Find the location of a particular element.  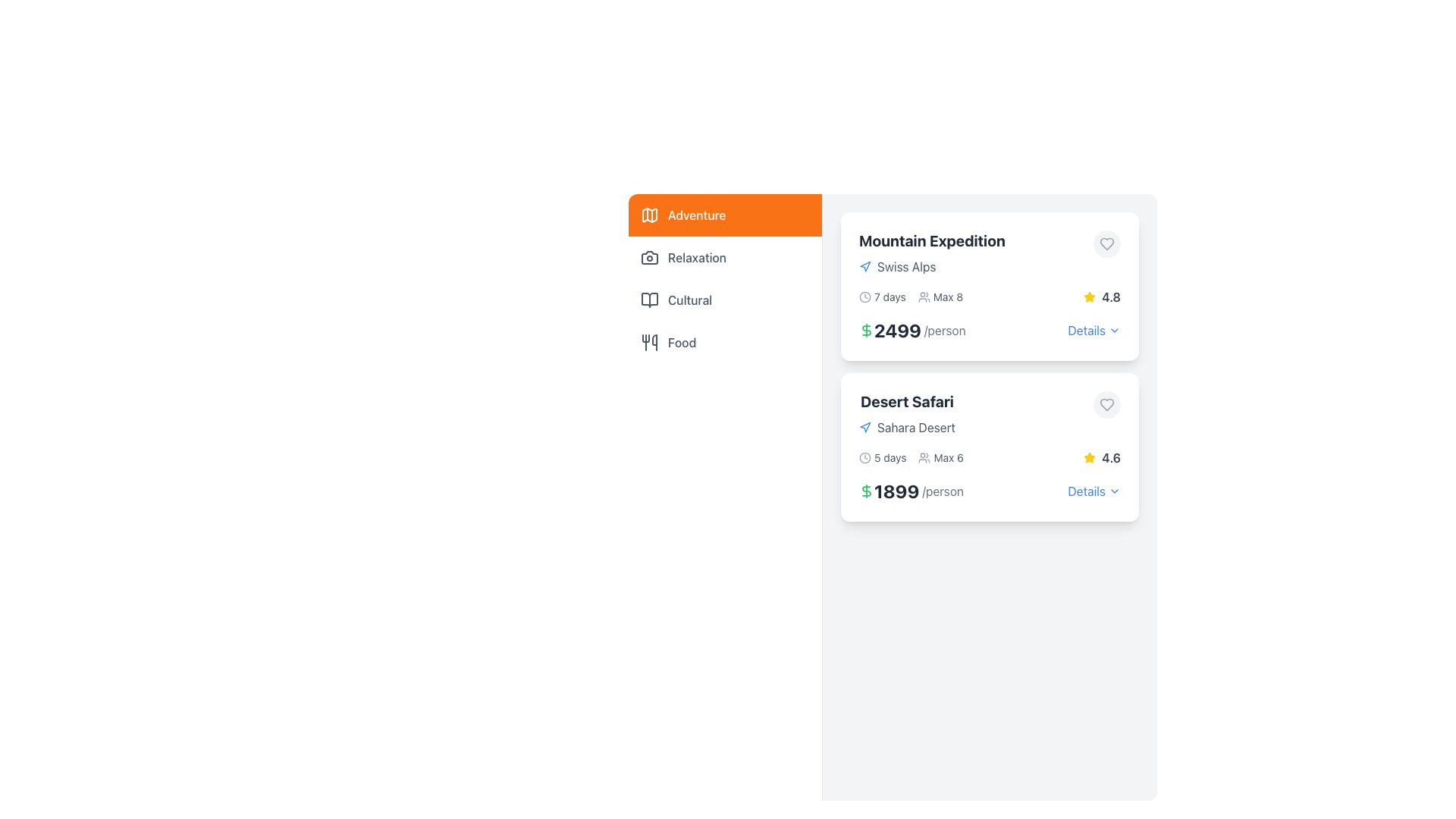

the text label displaying 'Sahara Desert', which is gray in color and part of the 'Desert Safari' section, positioned to the right of a navigation arrow icon is located at coordinates (915, 427).